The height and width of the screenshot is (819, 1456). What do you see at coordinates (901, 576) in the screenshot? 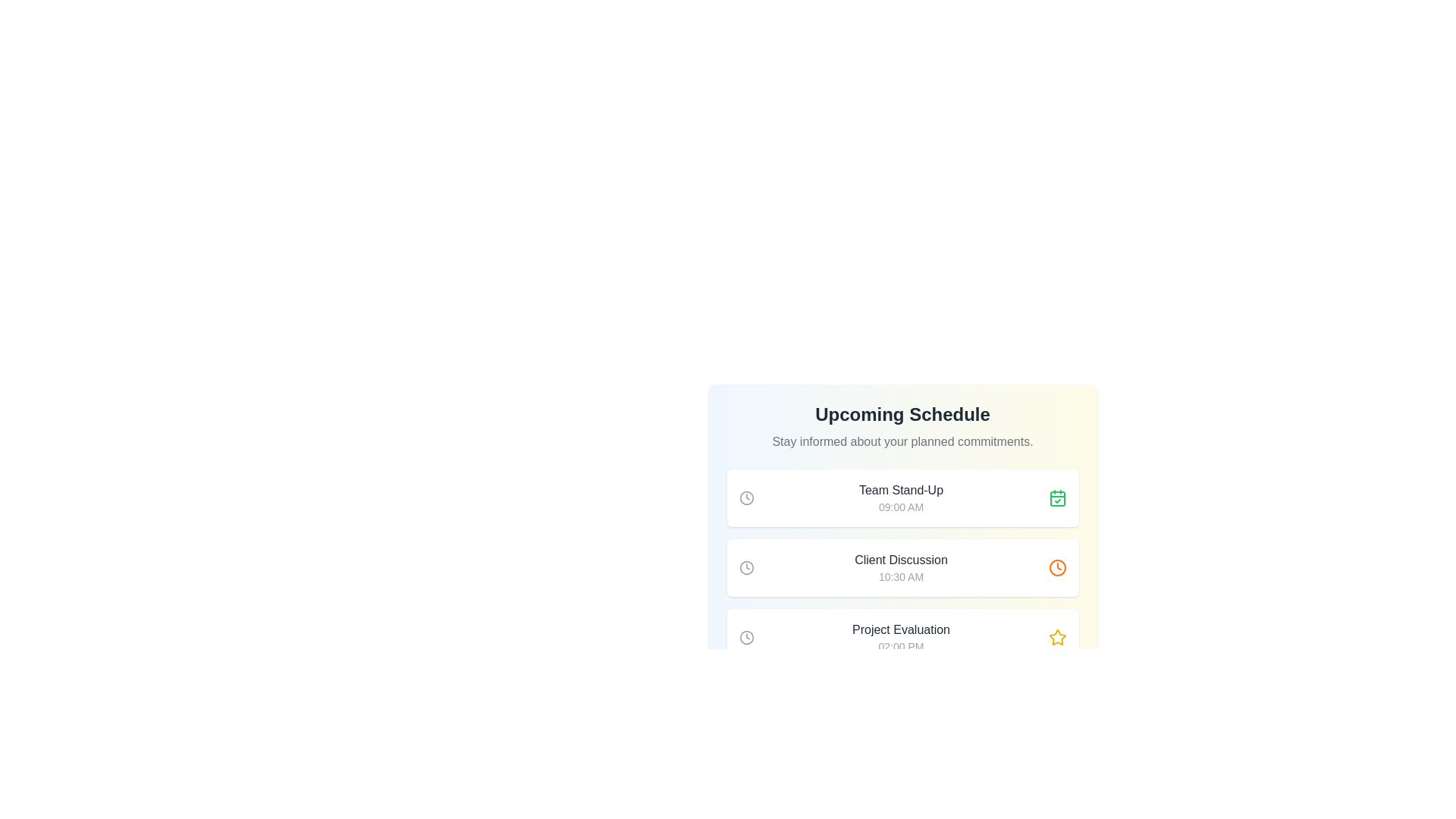
I see `the text label that displays the scheduled time for the 'Client Discussion' entry, which is located underneath the 'Client Discussion' text` at bounding box center [901, 576].